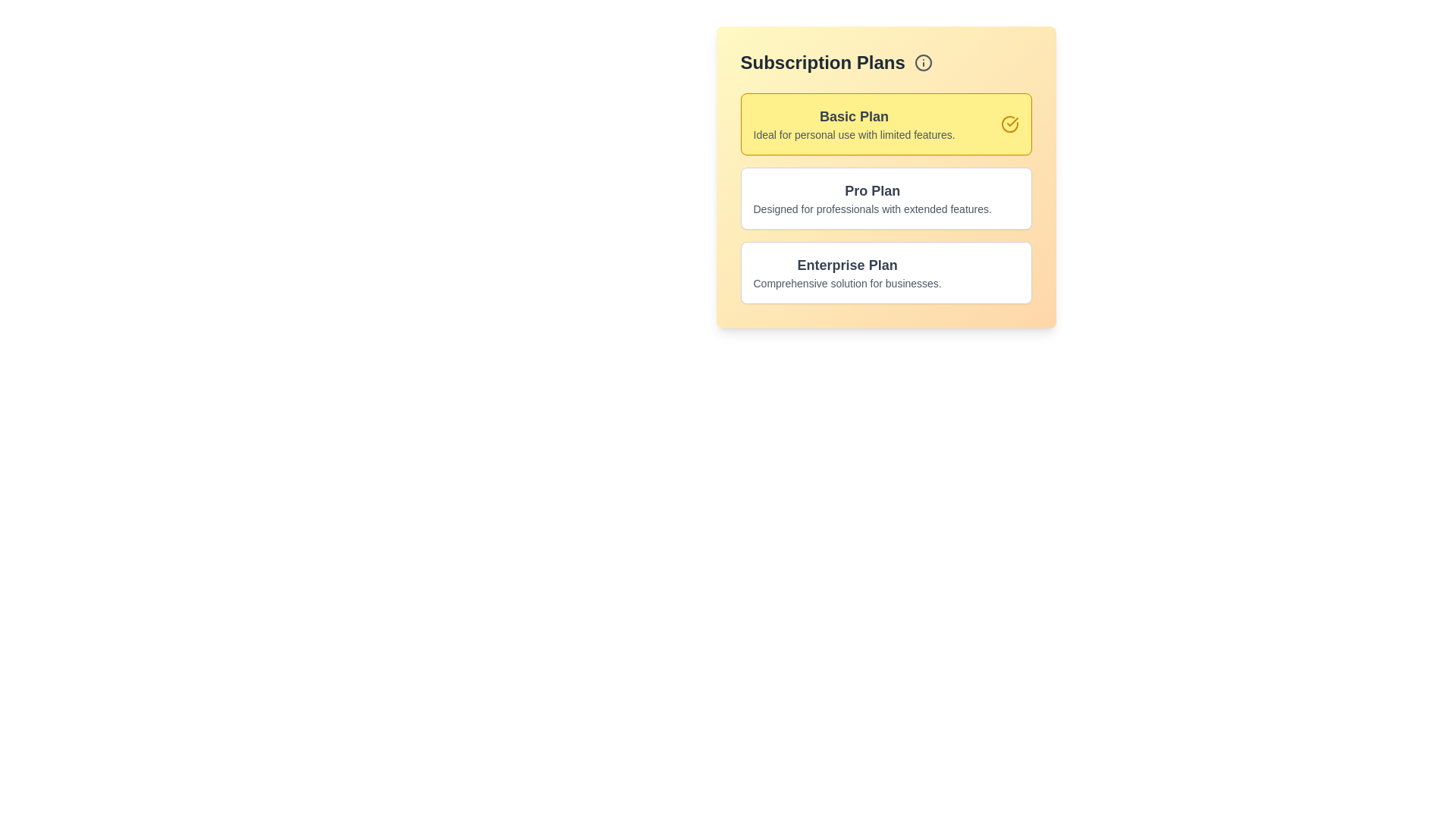  I want to click on the 'Enterprise Plan' selectable card which is the third card in the subscription plans list, featuring a bold headline and a clean design, so click(886, 271).